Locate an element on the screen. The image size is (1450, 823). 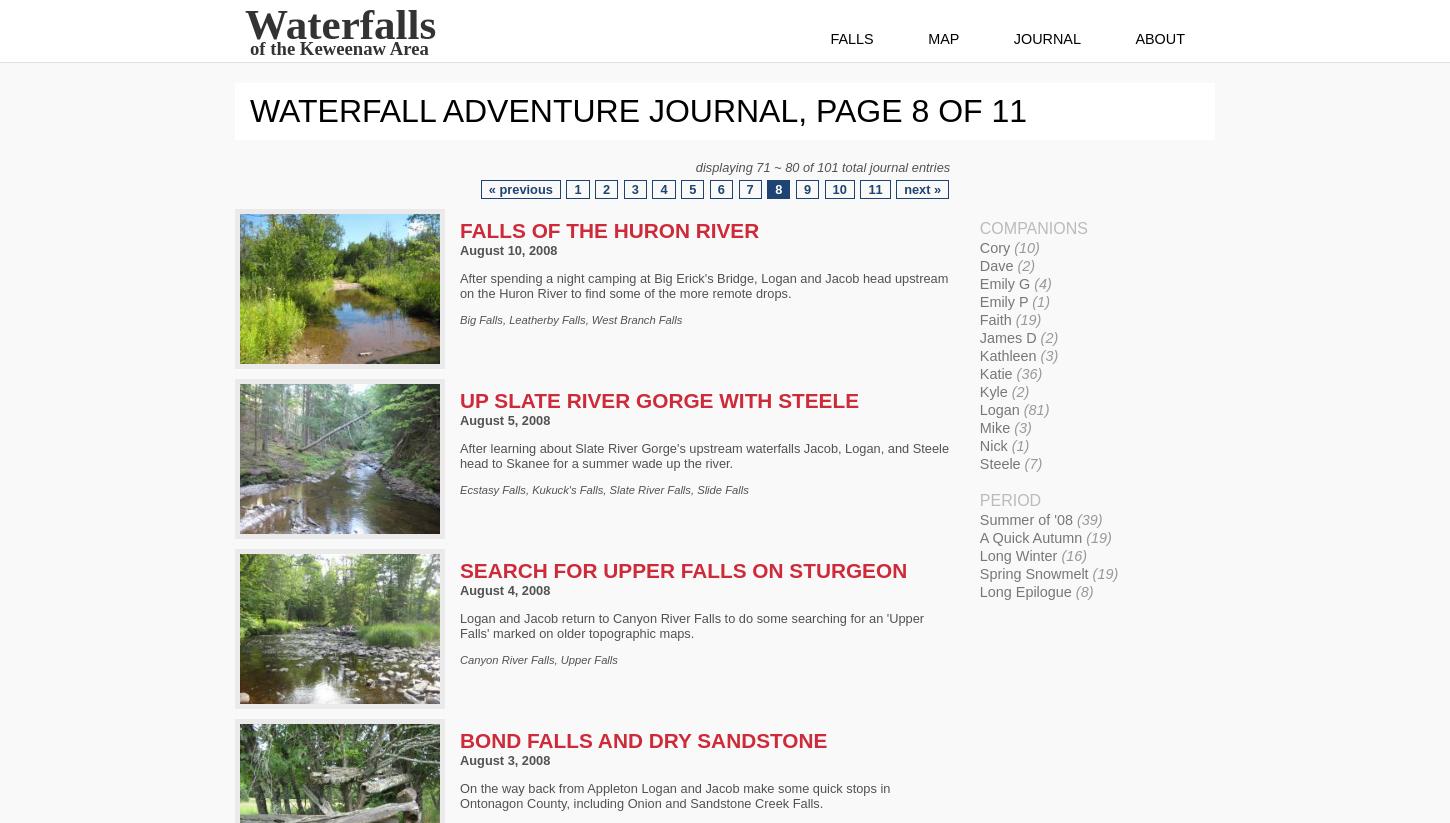
'Spring Snowmelt' is located at coordinates (1035, 573).